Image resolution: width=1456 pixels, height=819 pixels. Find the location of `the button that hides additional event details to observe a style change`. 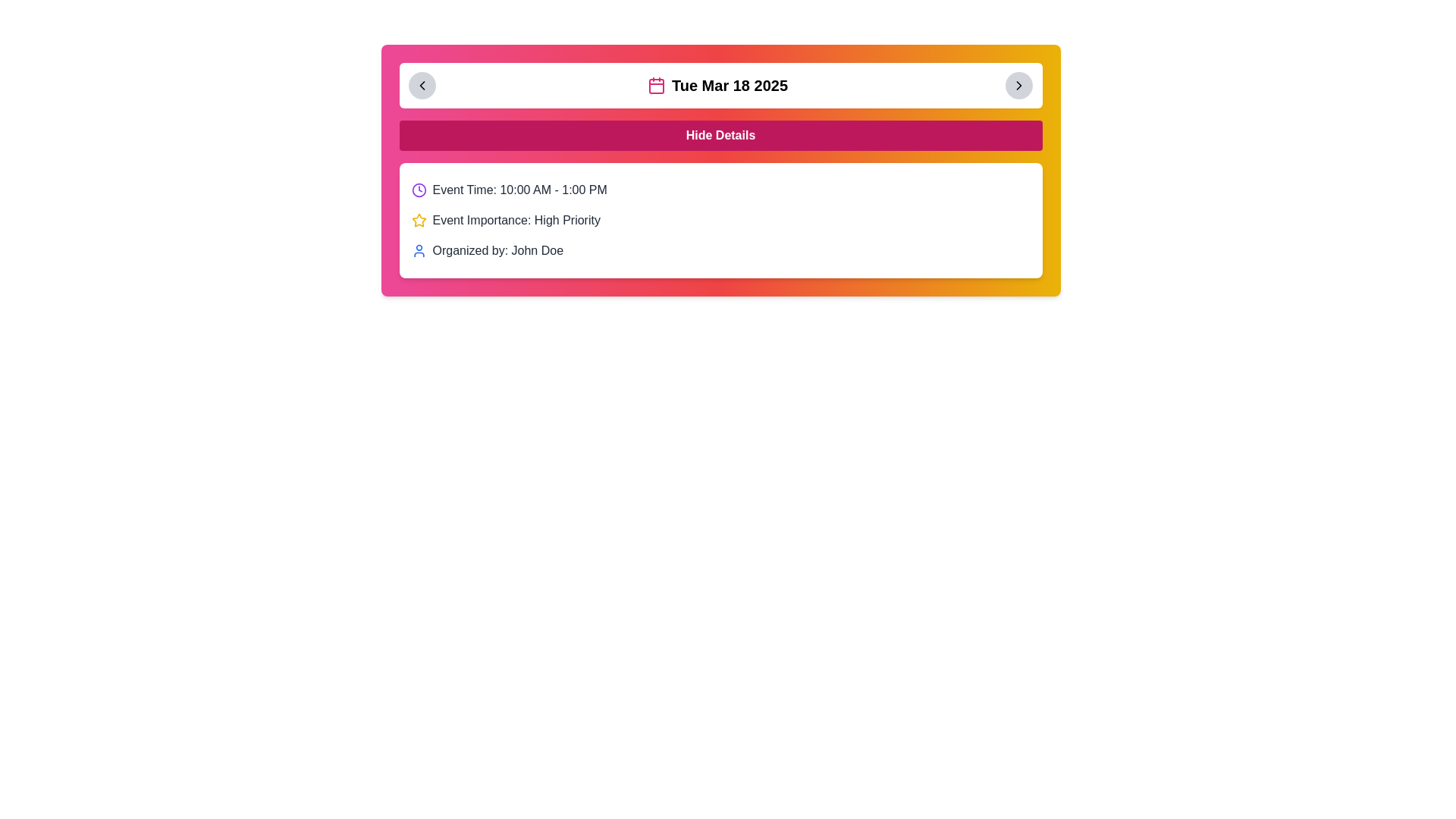

the button that hides additional event details to observe a style change is located at coordinates (720, 134).